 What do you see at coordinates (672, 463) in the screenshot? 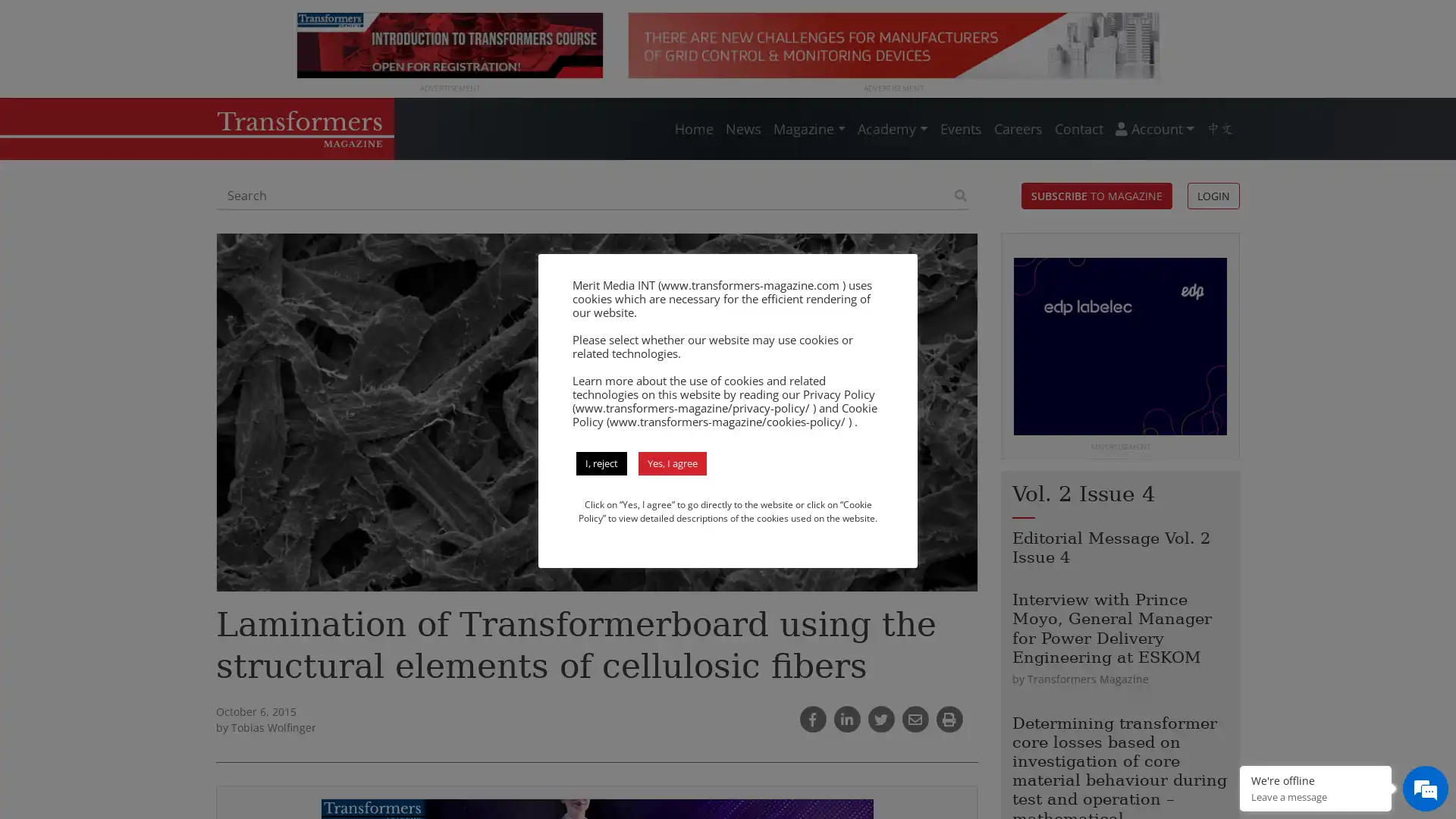
I see `Yes, I agree` at bounding box center [672, 463].